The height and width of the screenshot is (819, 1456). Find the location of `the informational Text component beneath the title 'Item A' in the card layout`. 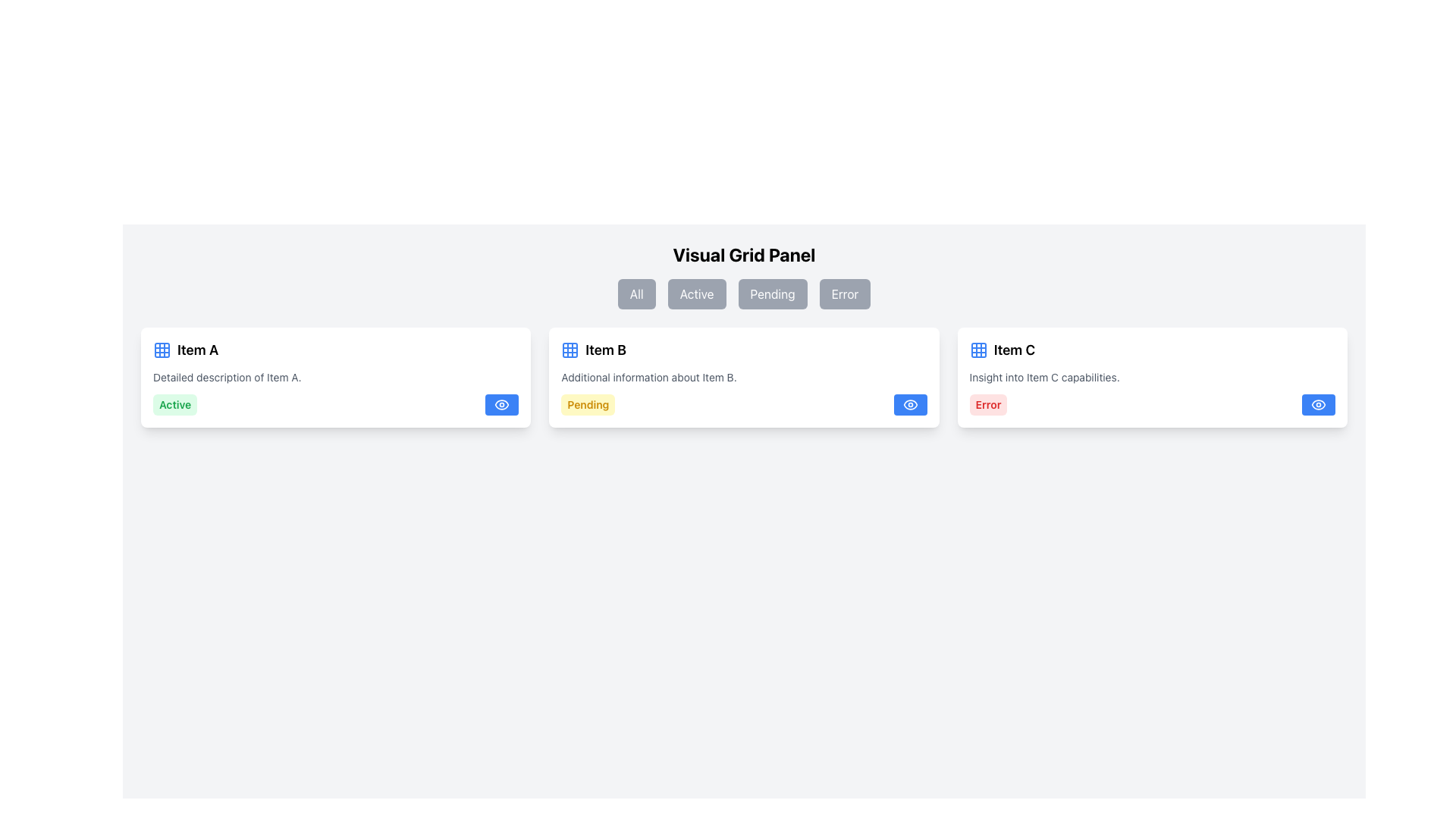

the informational Text component beneath the title 'Item A' in the card layout is located at coordinates (226, 376).